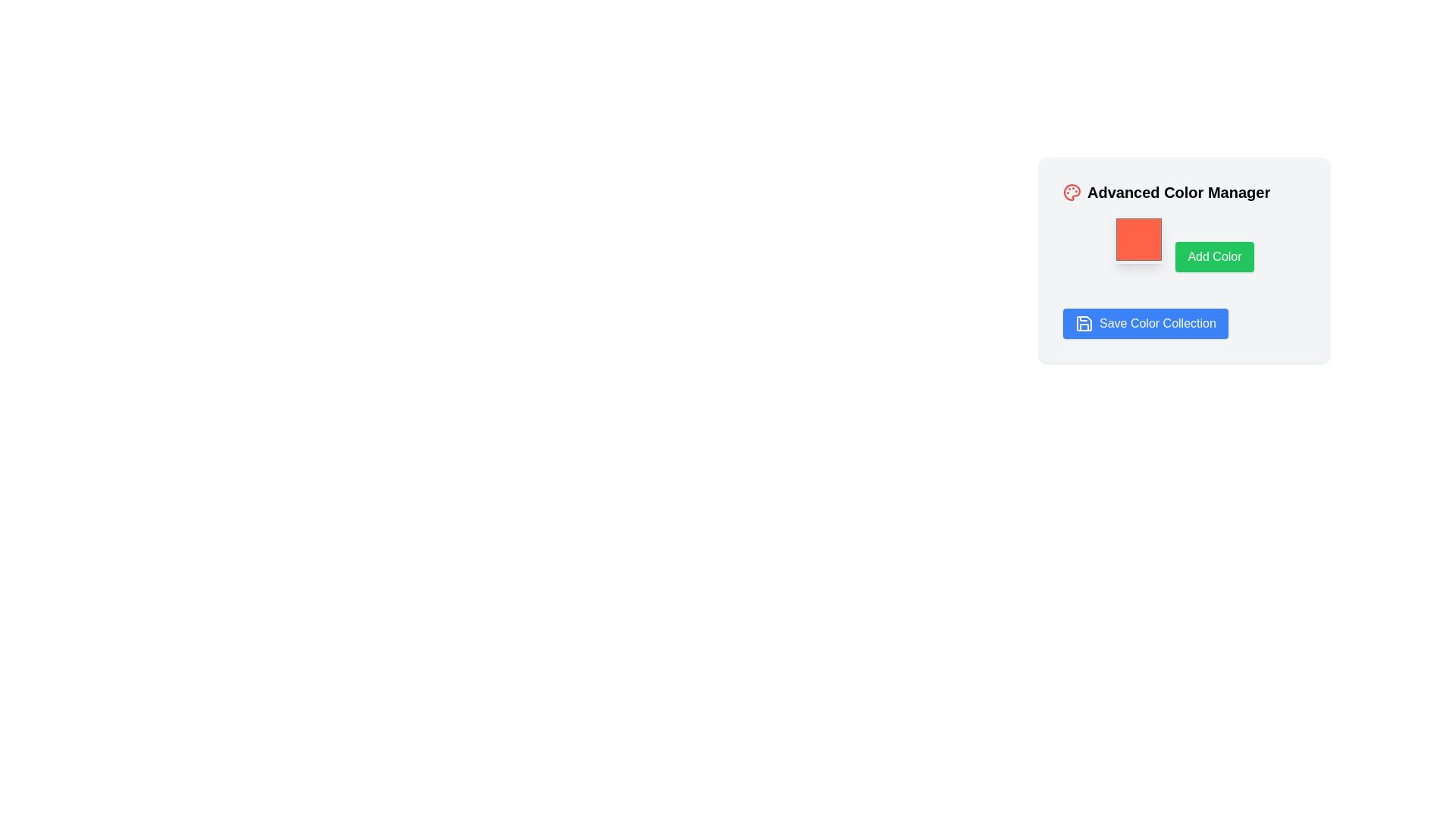  What do you see at coordinates (1183, 259) in the screenshot?
I see `the button located under the title 'Advanced Color Manager'` at bounding box center [1183, 259].